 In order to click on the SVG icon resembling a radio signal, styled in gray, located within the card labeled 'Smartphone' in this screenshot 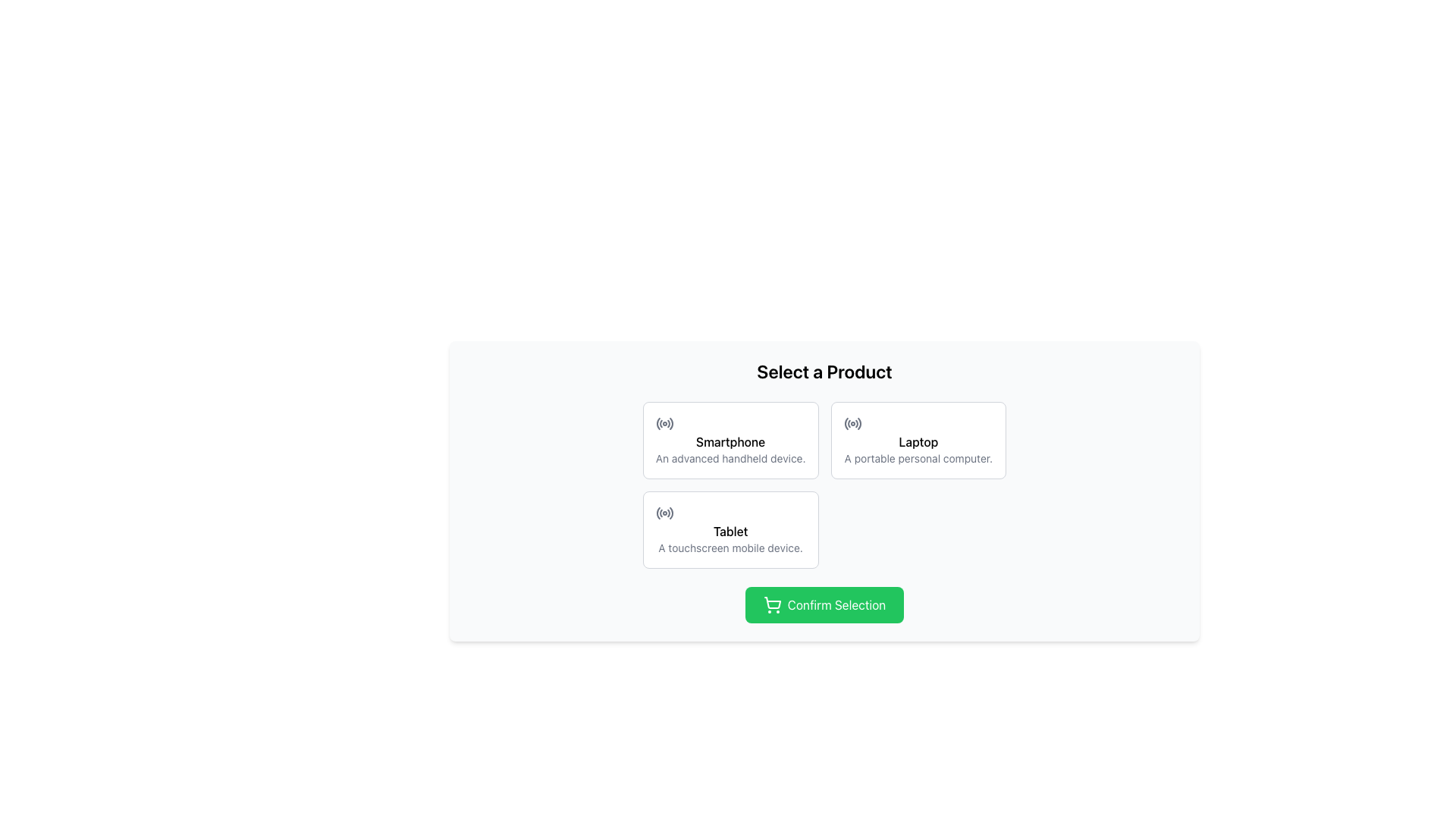, I will do `click(664, 424)`.